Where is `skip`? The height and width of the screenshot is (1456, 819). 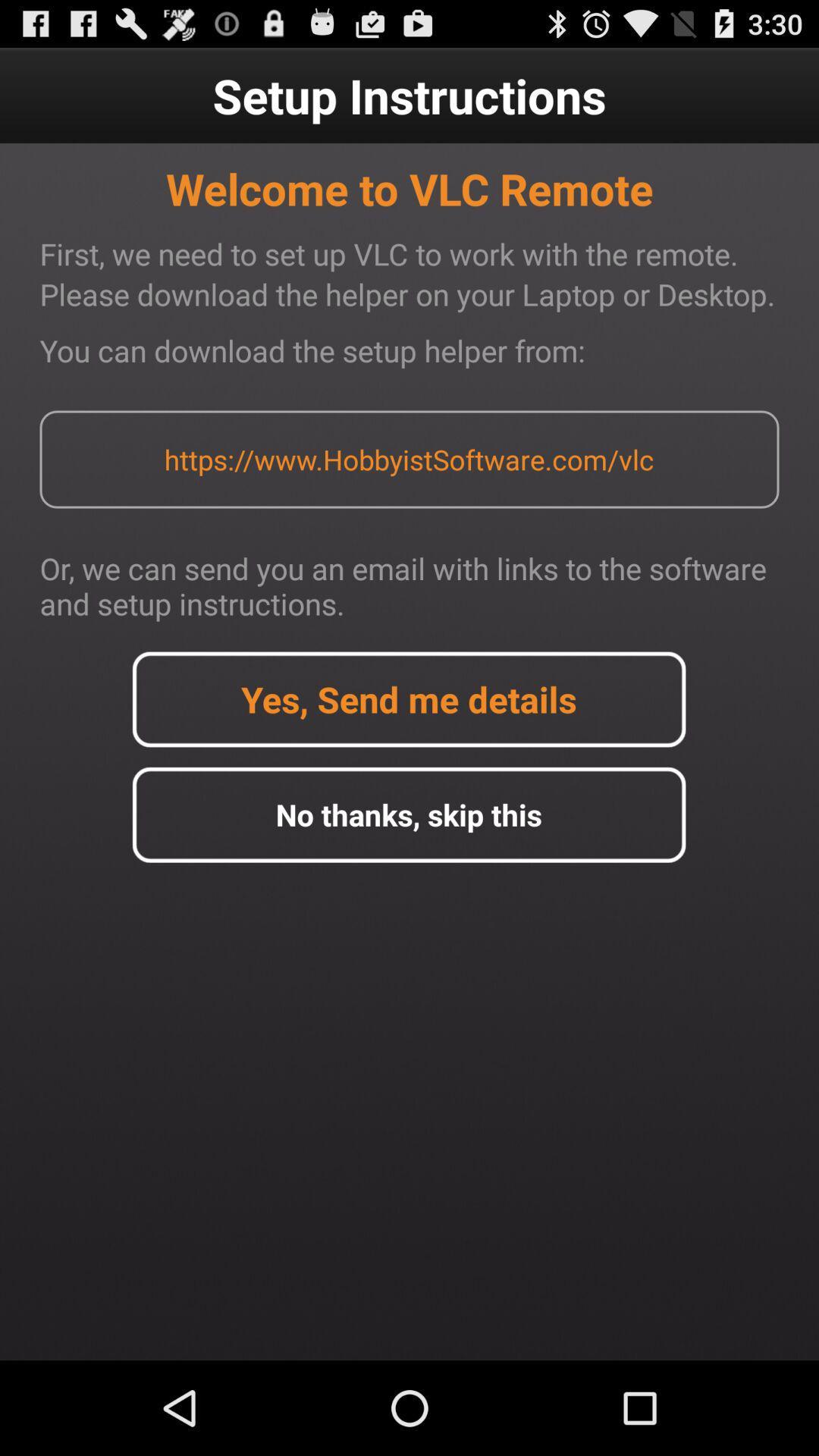 skip is located at coordinates (408, 814).